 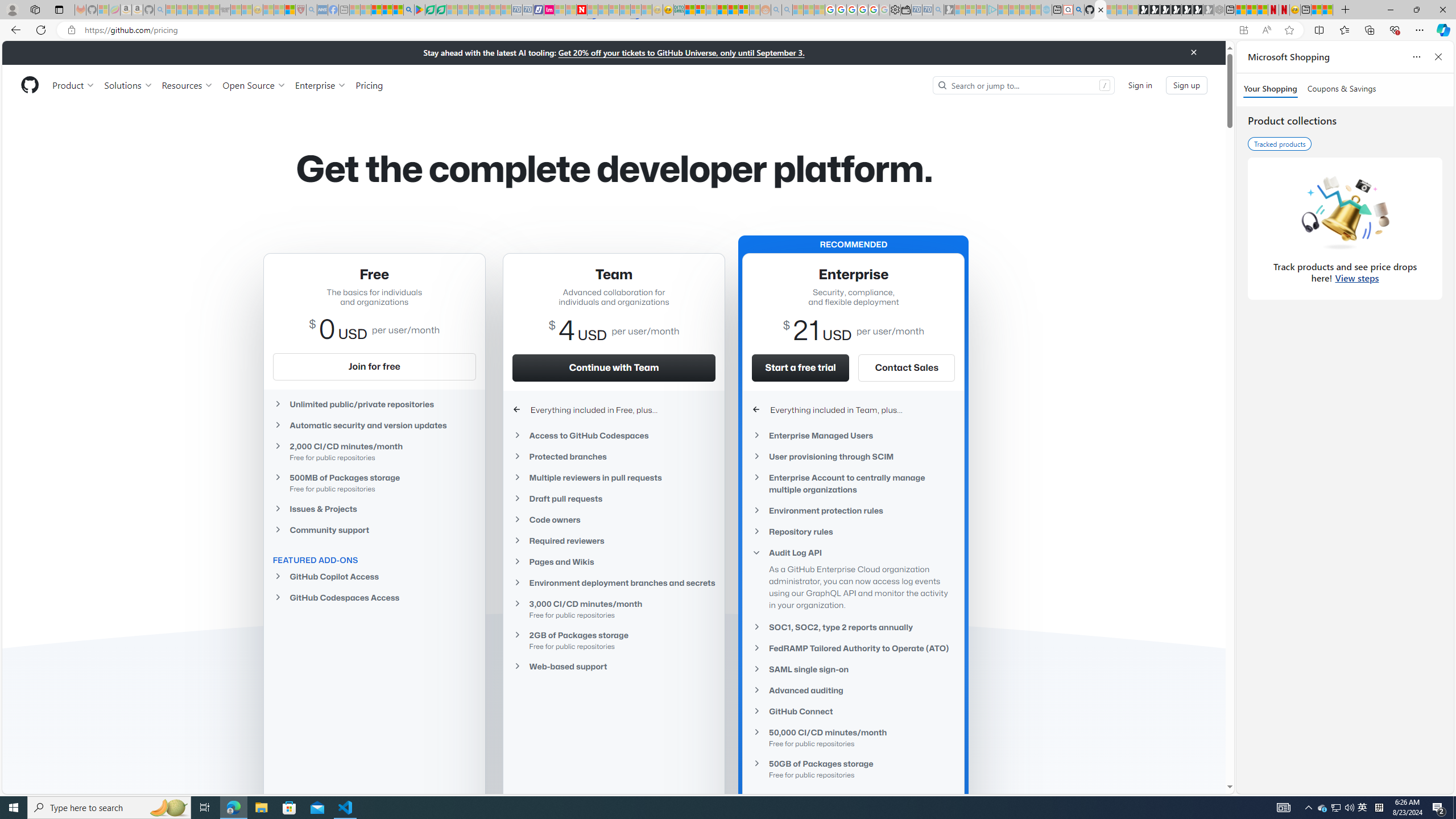 I want to click on 'App available. Install GitHub', so click(x=1243, y=30).